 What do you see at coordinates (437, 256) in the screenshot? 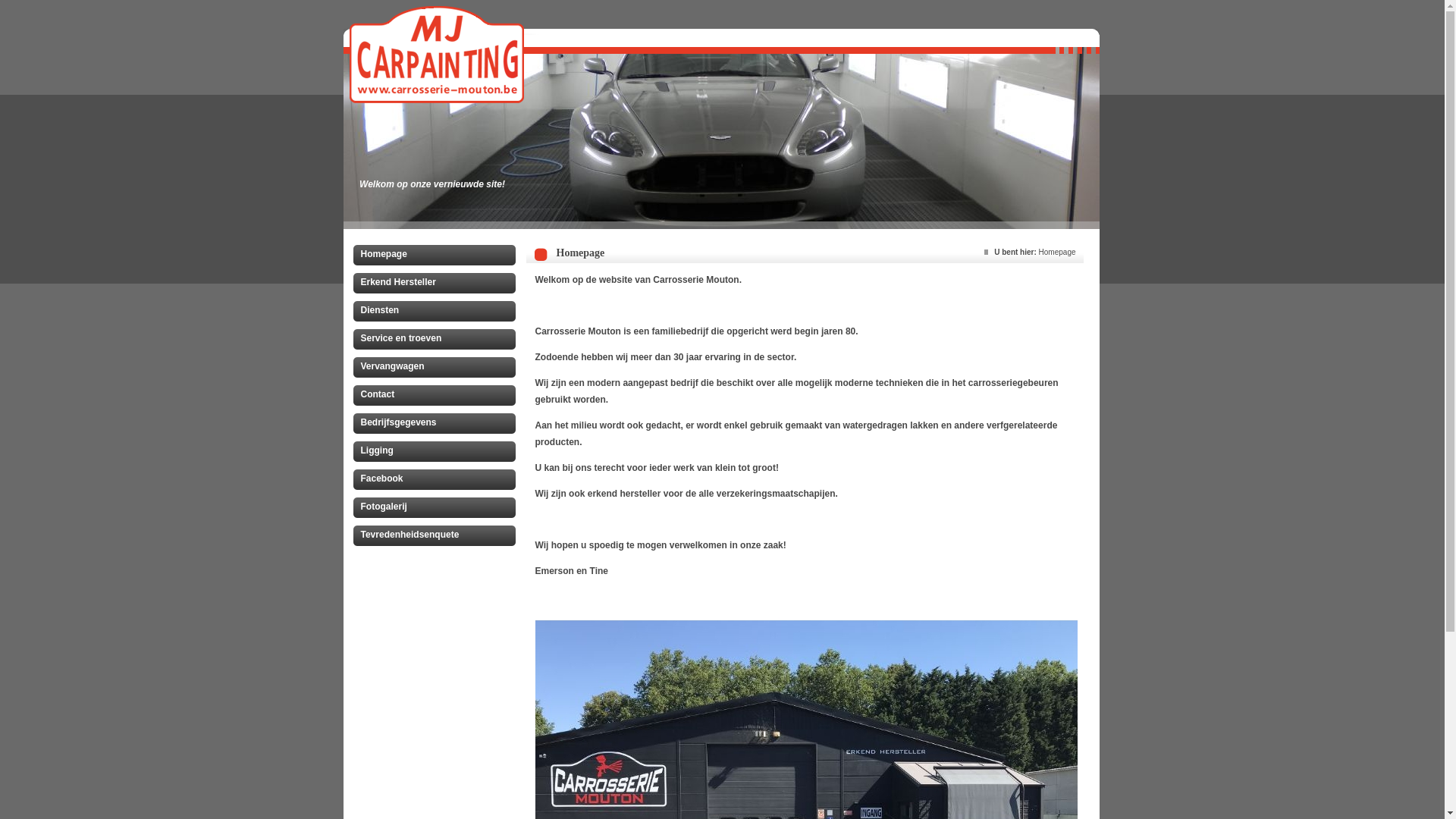
I see `'Homepage'` at bounding box center [437, 256].